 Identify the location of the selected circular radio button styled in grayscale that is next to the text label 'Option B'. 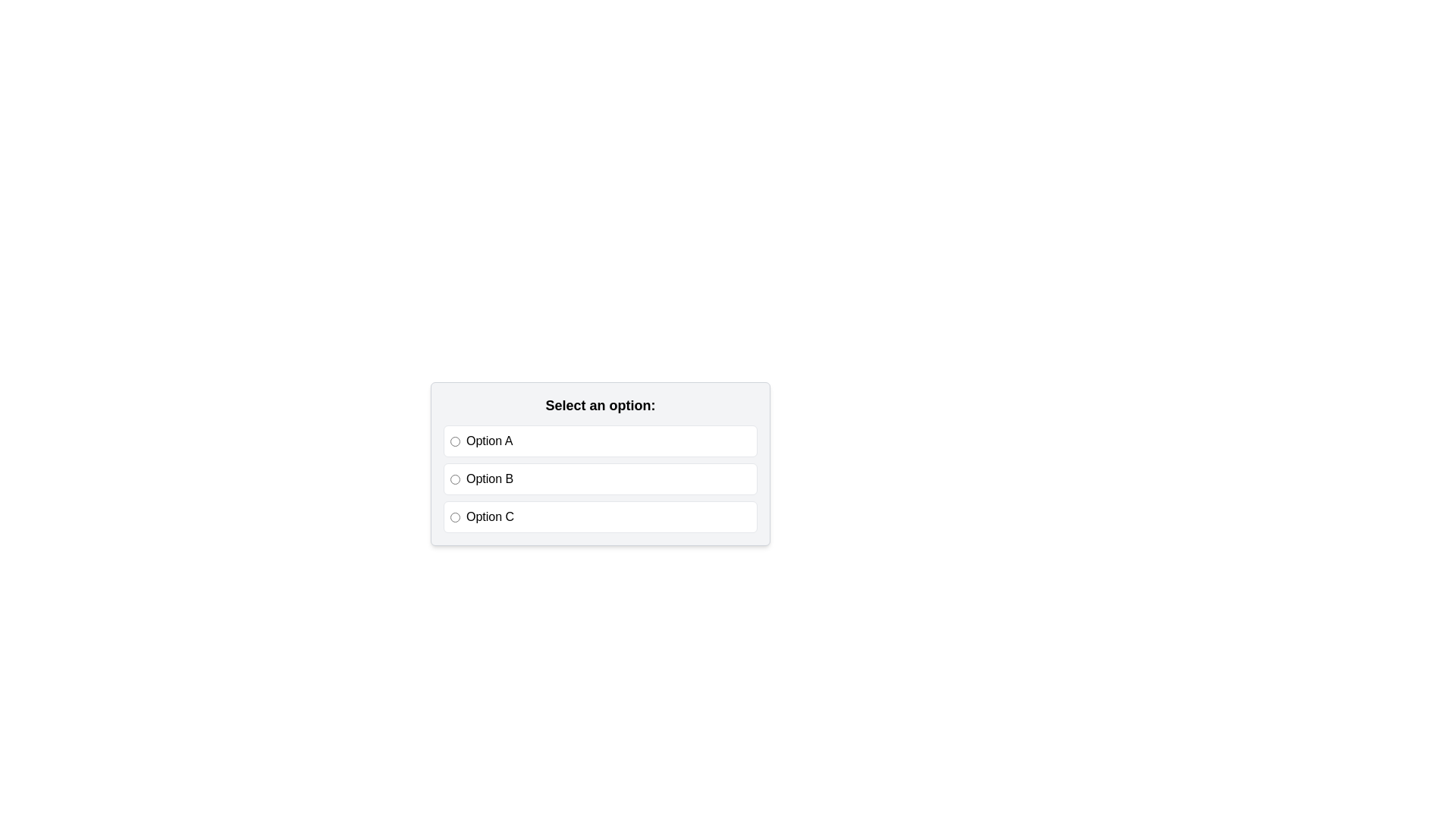
(454, 479).